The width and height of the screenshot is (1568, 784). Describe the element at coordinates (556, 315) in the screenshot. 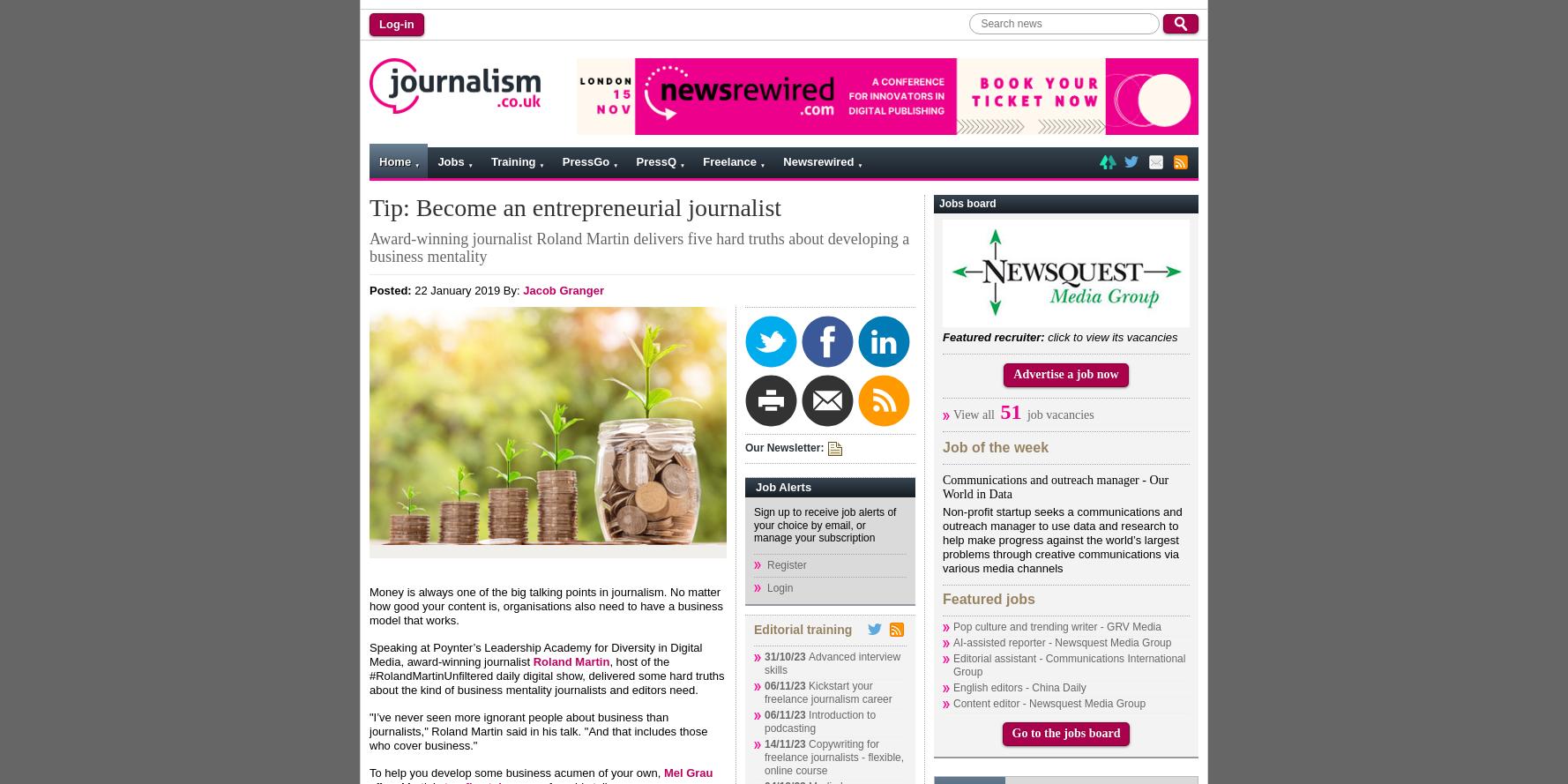

I see `'Contact us'` at that location.